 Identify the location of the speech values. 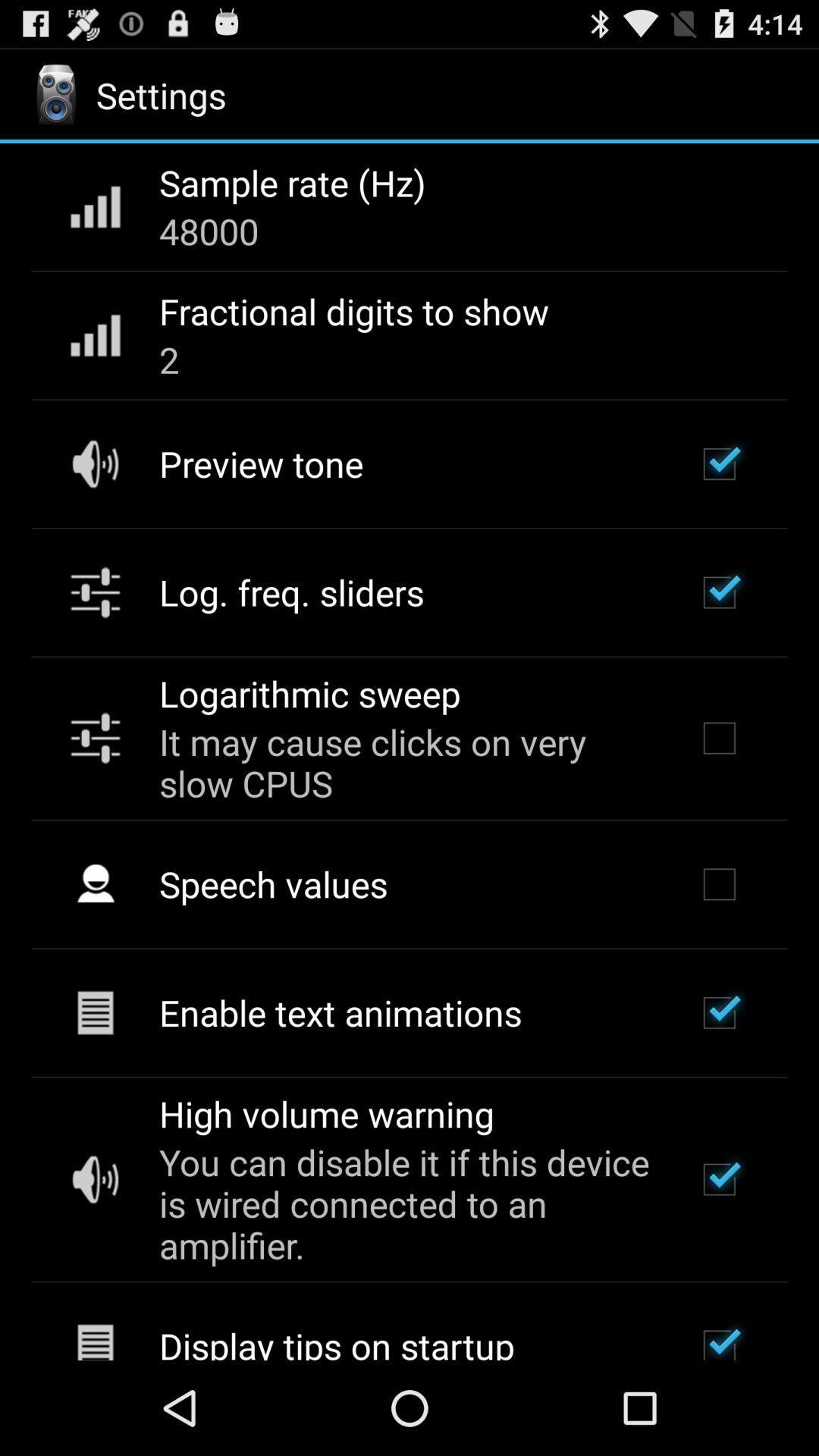
(273, 883).